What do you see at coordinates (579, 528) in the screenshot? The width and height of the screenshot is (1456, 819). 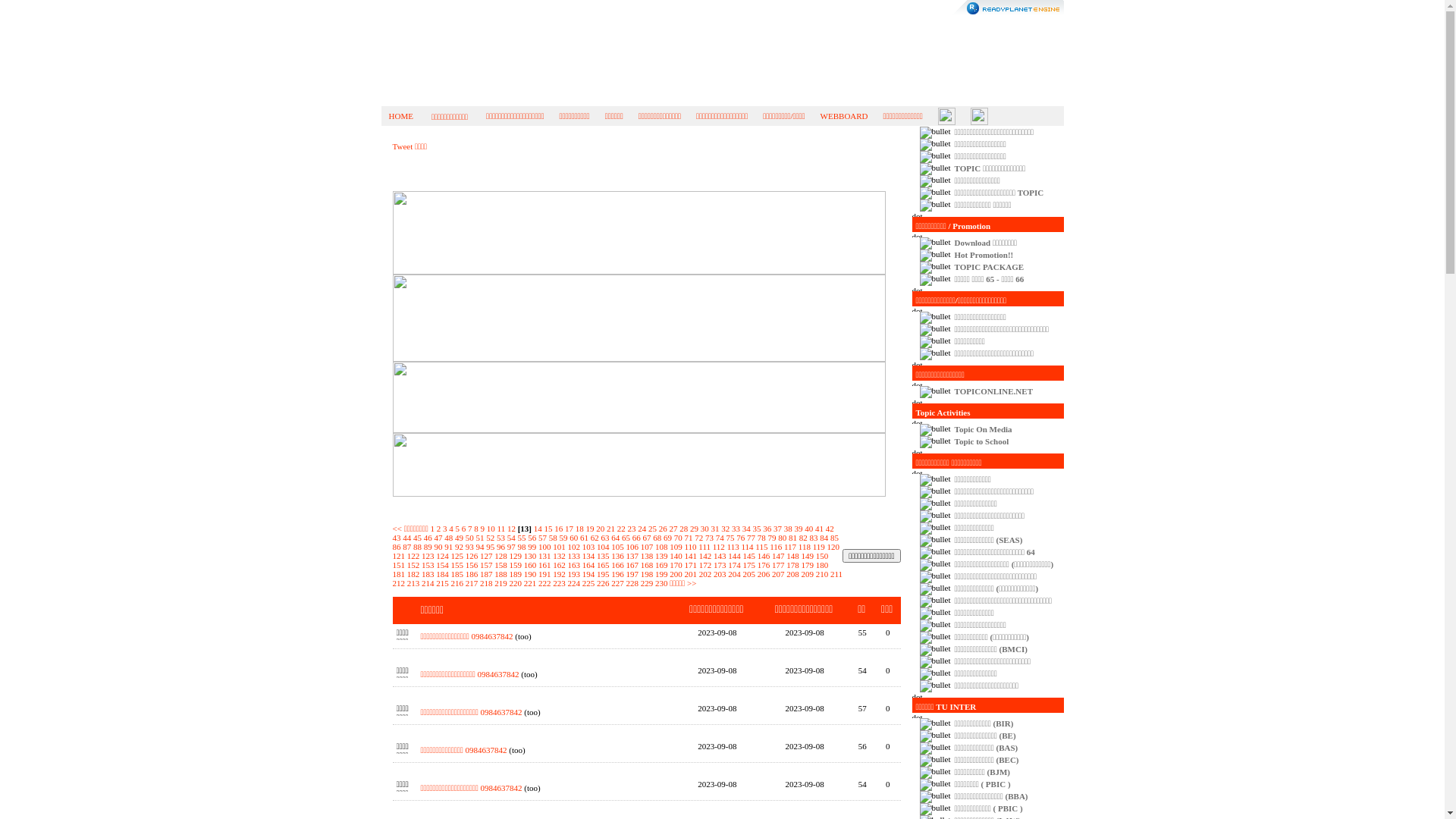 I see `'18'` at bounding box center [579, 528].